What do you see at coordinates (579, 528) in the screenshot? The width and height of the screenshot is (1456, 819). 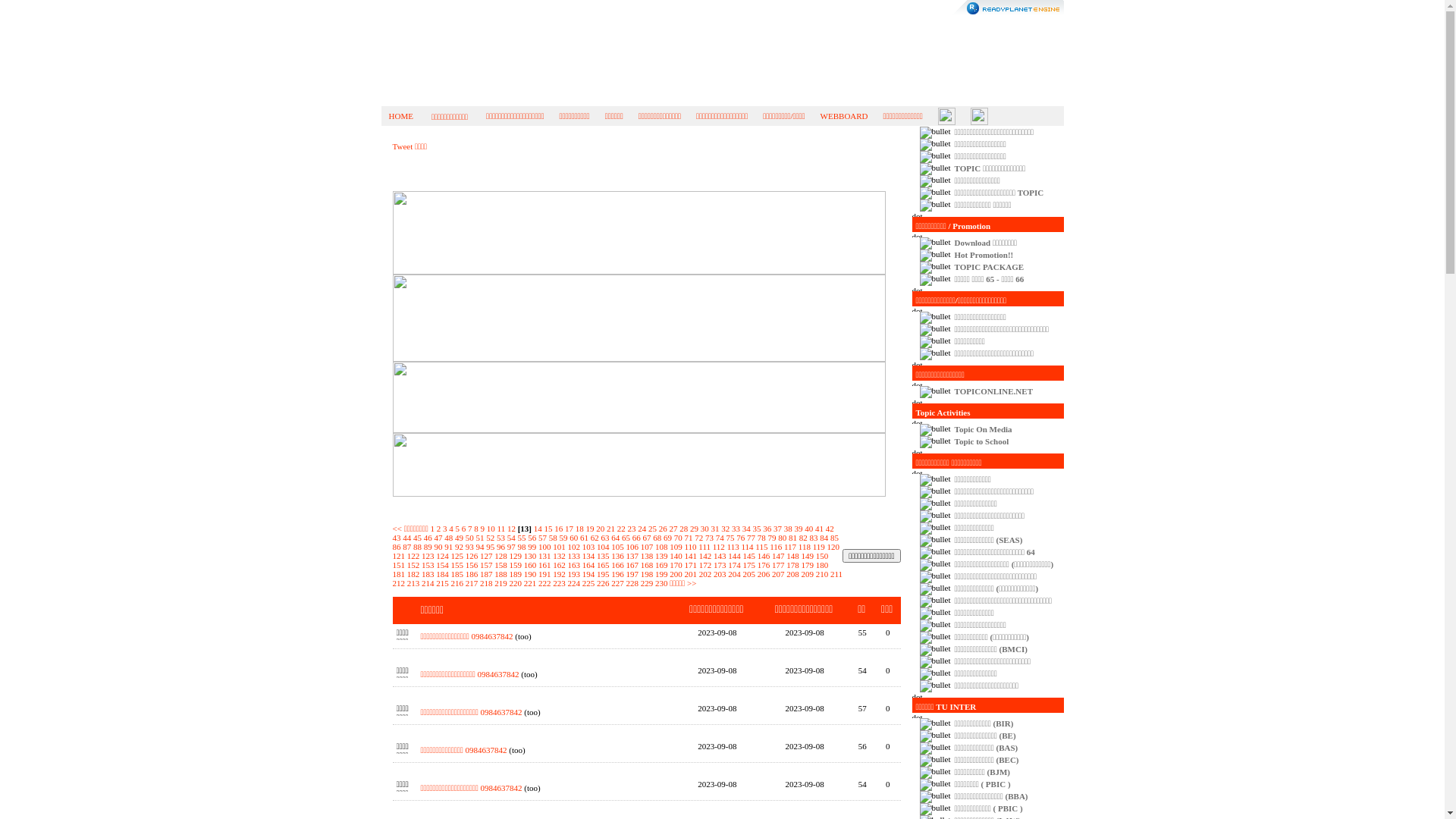 I see `'18'` at bounding box center [579, 528].